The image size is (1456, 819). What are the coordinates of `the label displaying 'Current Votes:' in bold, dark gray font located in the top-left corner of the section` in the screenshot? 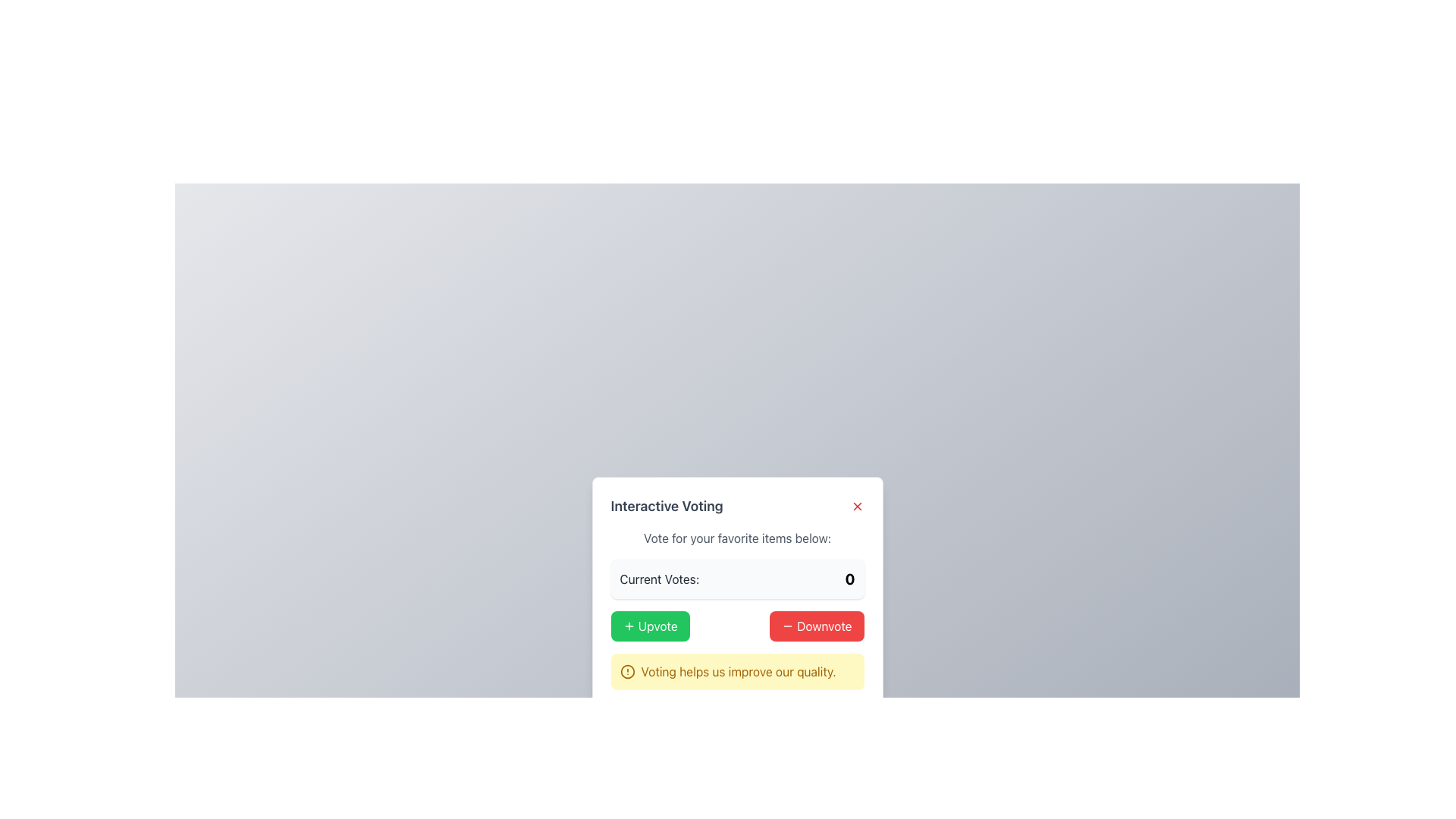 It's located at (659, 579).